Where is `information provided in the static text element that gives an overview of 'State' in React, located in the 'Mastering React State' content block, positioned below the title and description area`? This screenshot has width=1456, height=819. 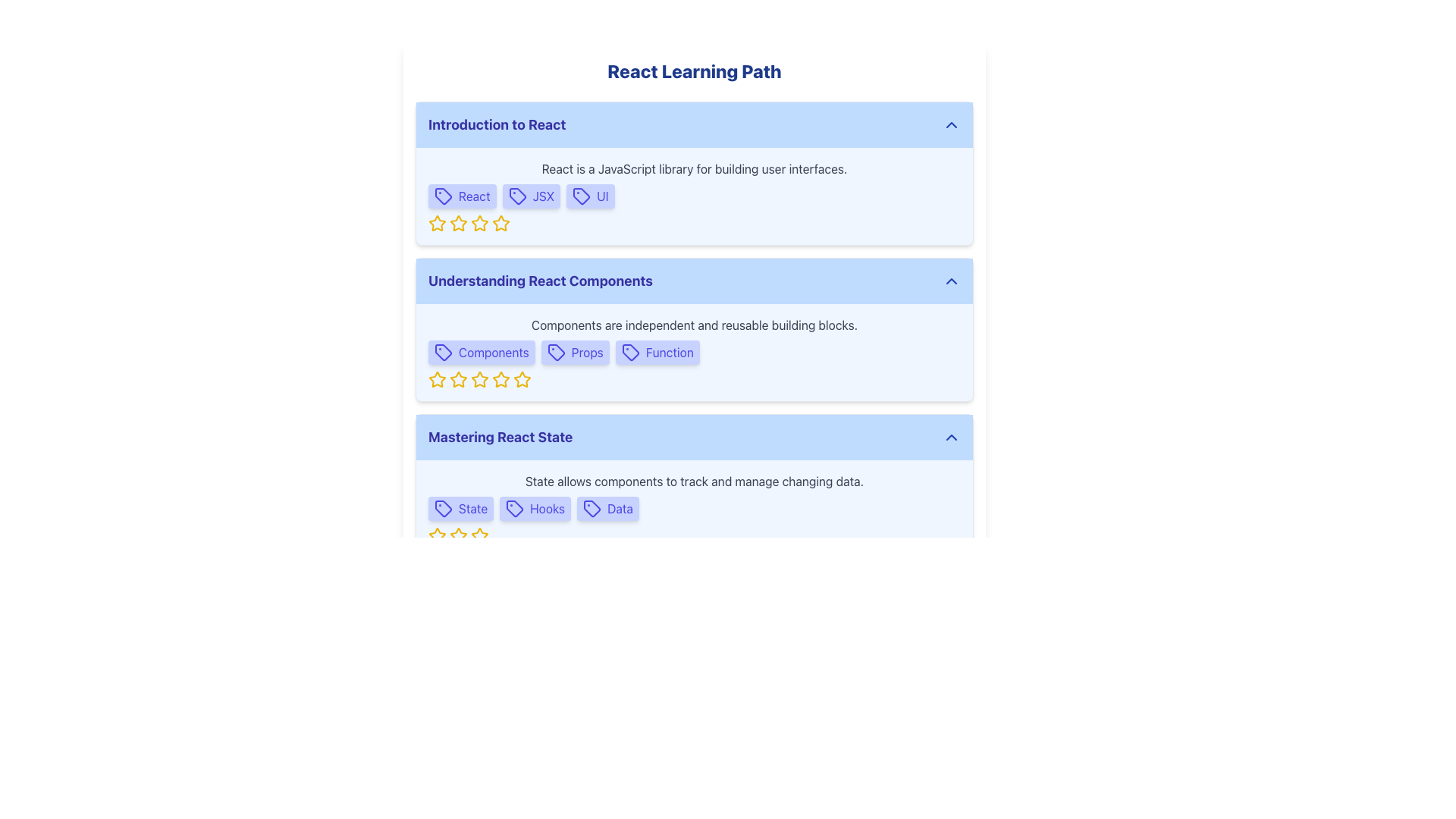 information provided in the static text element that gives an overview of 'State' in React, located in the 'Mastering React State' content block, positioned below the title and description area is located at coordinates (694, 482).